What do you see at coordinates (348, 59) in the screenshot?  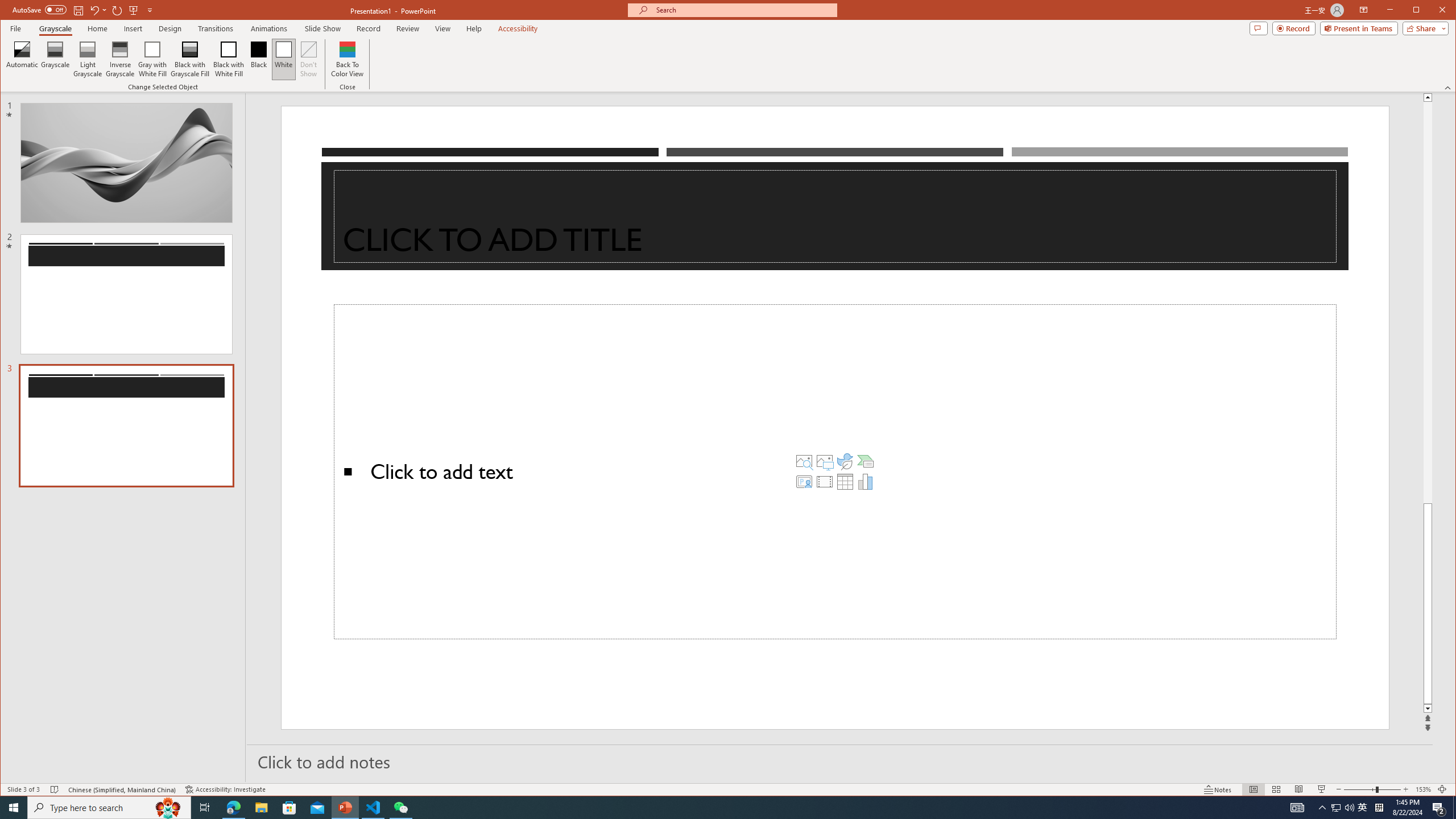 I see `'Back To Color View'` at bounding box center [348, 59].